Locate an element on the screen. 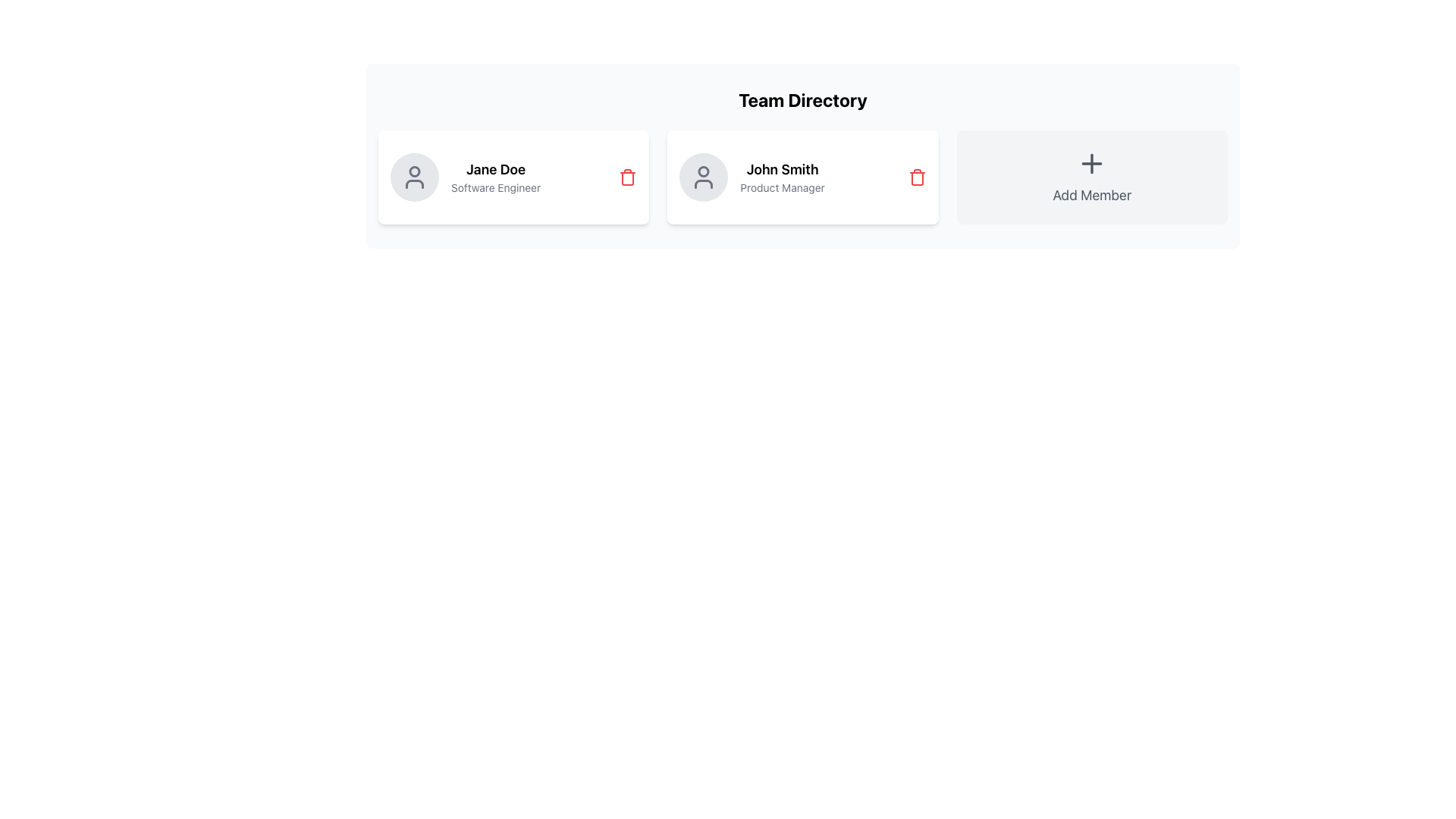 The image size is (1456, 819). the lower part of the human silhouette in the user profile icon representing 'Jane Doe' is located at coordinates (415, 184).